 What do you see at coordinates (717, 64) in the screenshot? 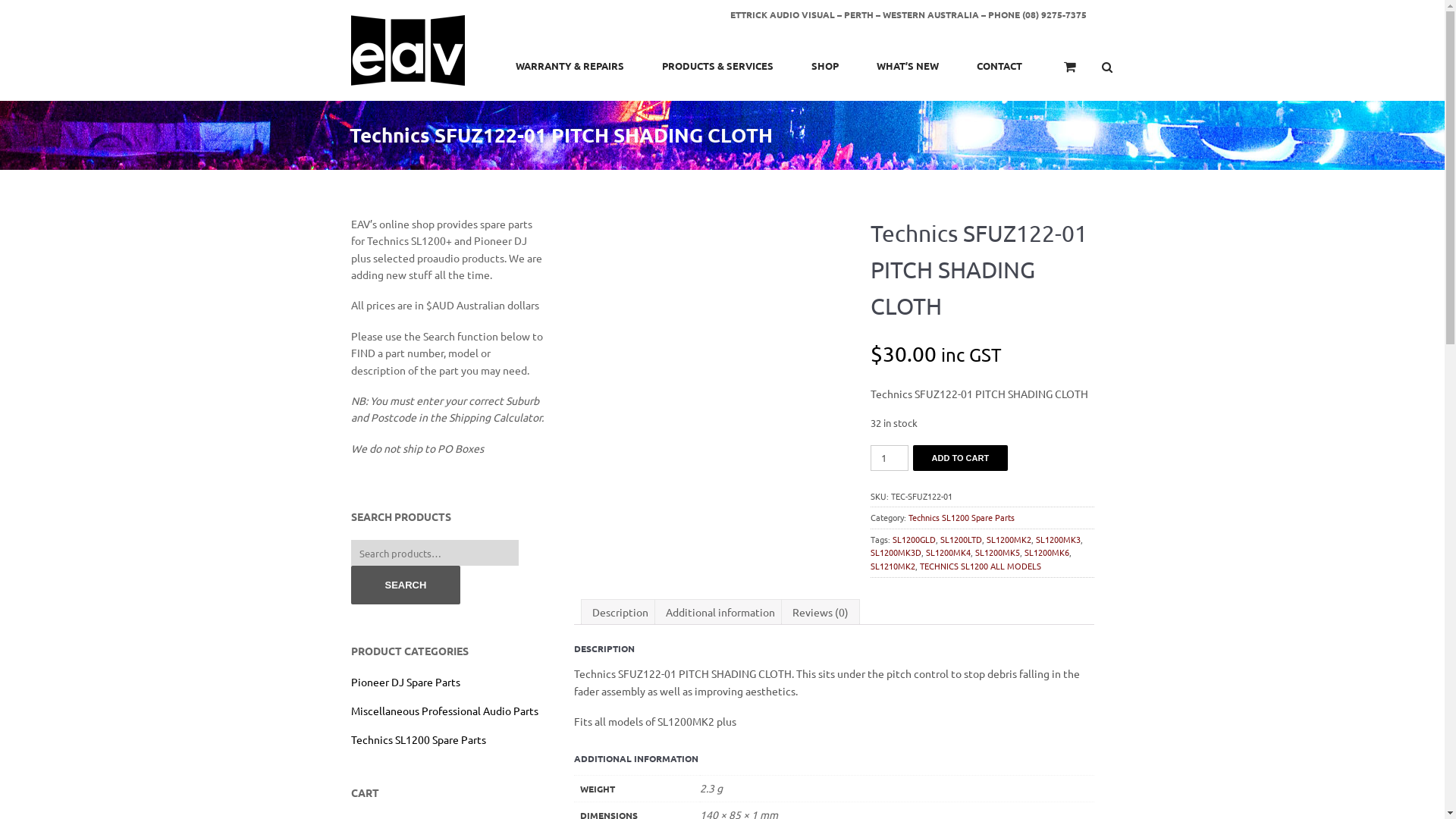
I see `'PRODUCTS & SERVICES'` at bounding box center [717, 64].